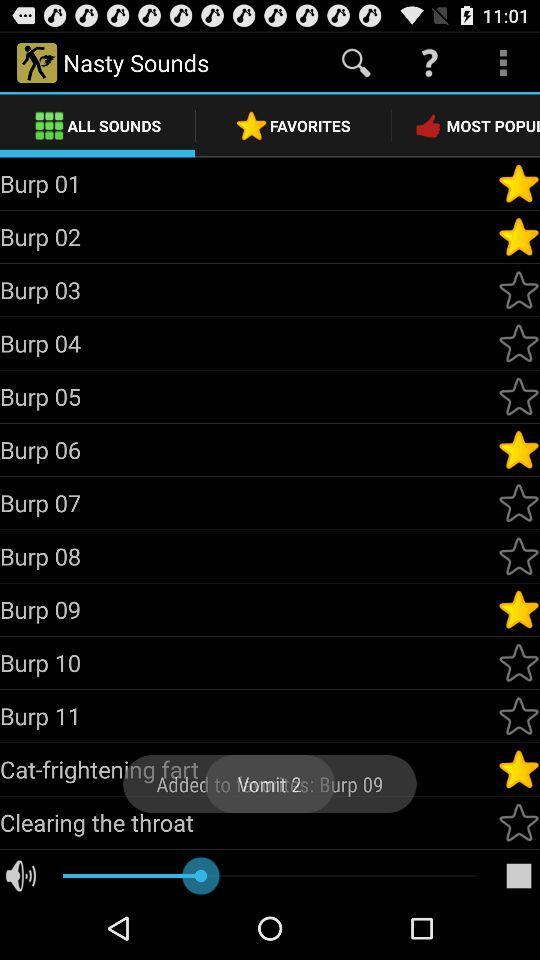 The height and width of the screenshot is (960, 540). I want to click on the icon above most popular app, so click(502, 62).